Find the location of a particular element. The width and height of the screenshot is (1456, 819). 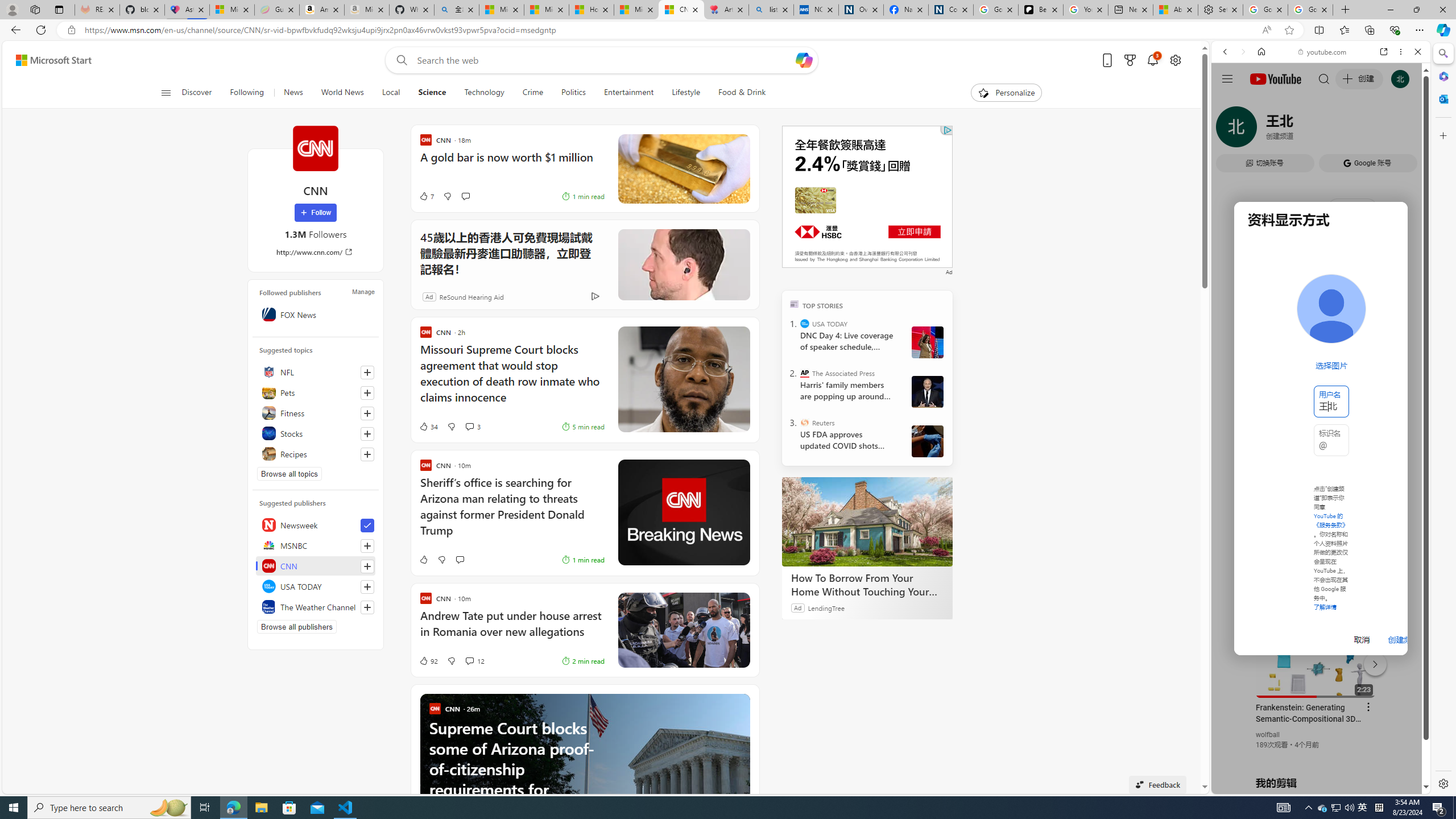

'View comments 3 Comment' is located at coordinates (471, 427).